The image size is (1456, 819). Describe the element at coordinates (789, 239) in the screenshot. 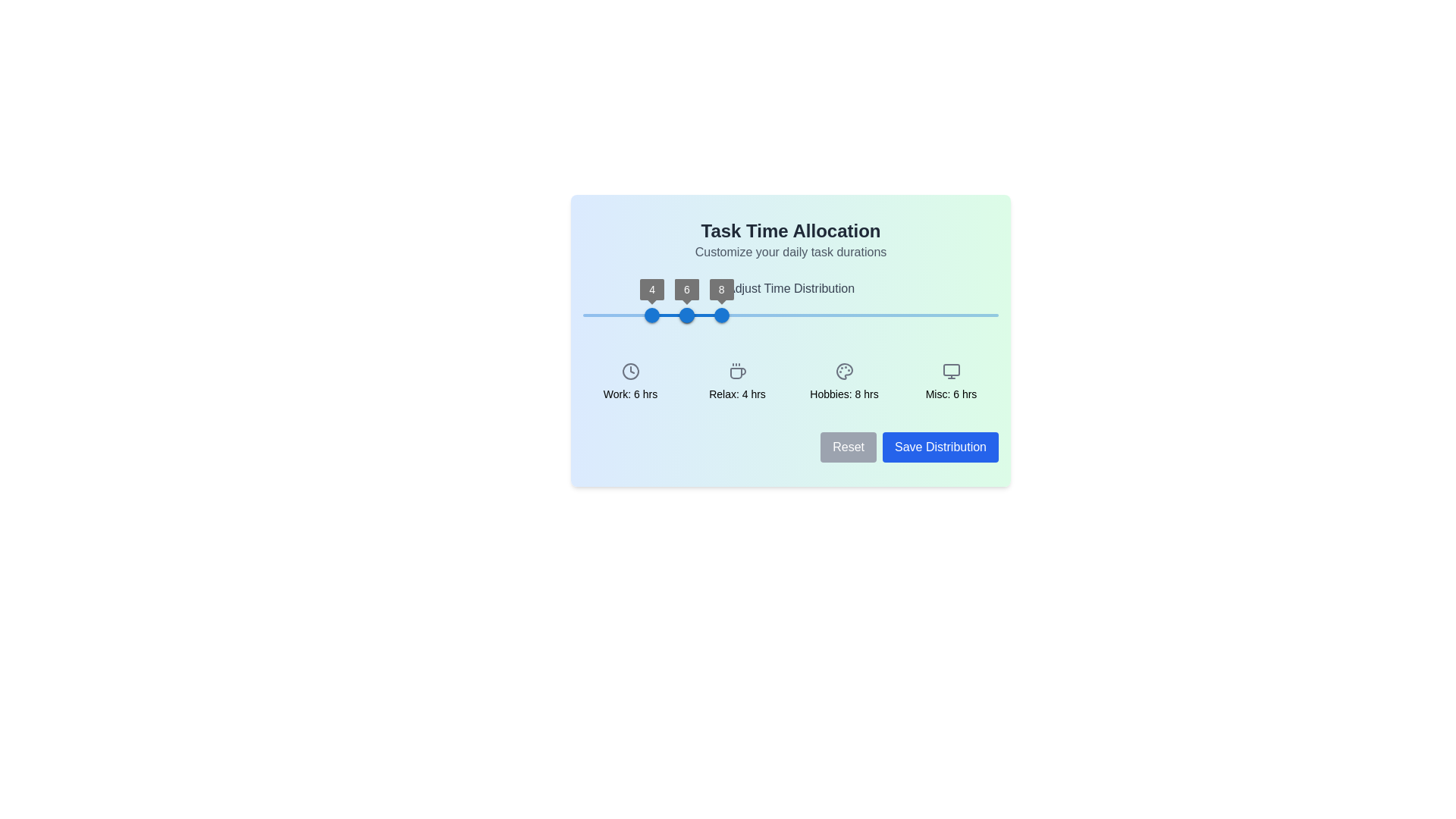

I see `the header of the text element located at the top section of the content card with a blue-to-green gradient background, which provides a brief description of the context and purpose of the functionality presented in the card` at that location.